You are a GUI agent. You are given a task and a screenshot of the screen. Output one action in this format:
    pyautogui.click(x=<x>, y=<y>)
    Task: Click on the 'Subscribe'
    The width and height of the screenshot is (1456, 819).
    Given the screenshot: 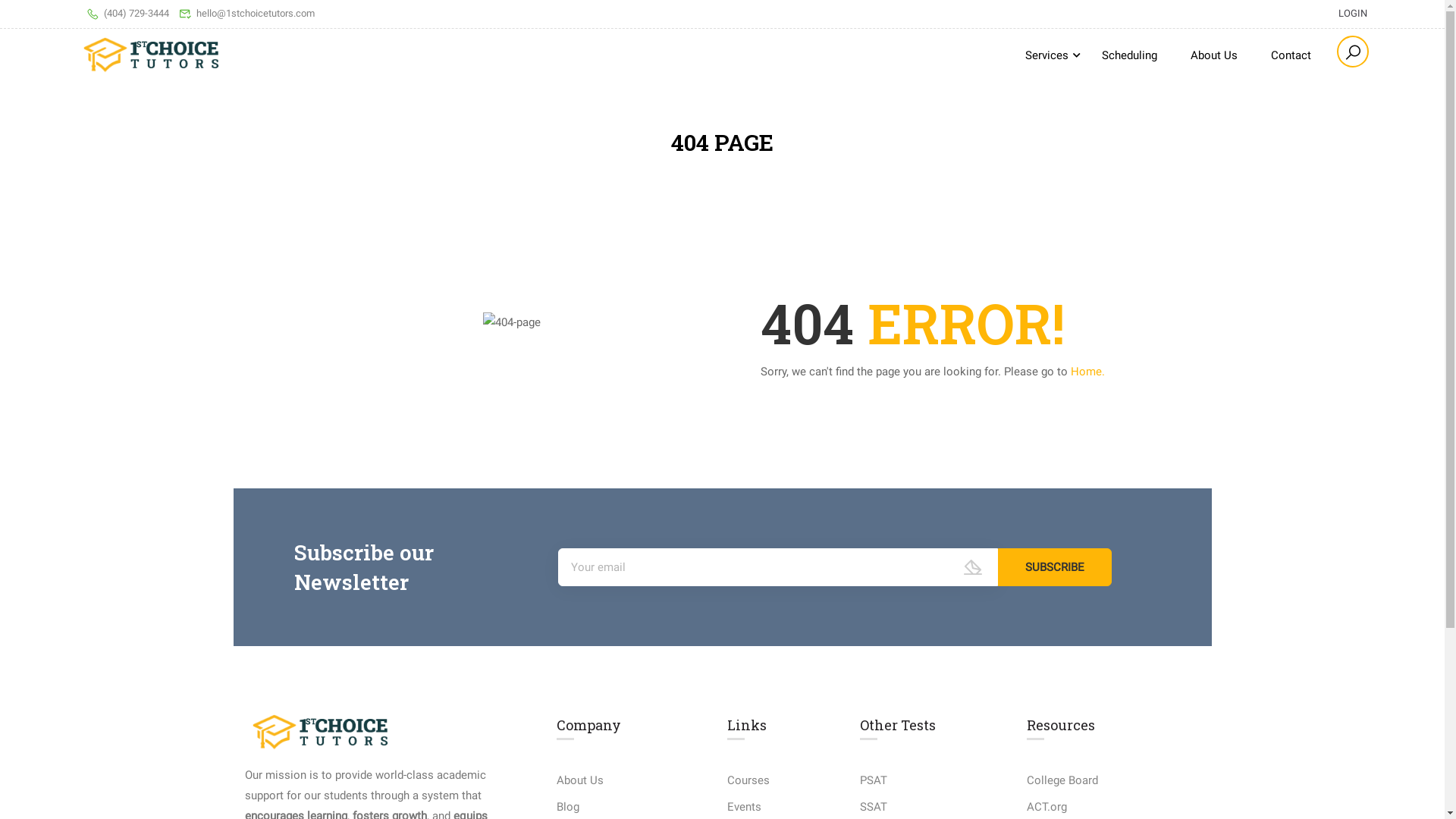 What is the action you would take?
    pyautogui.click(x=1054, y=567)
    